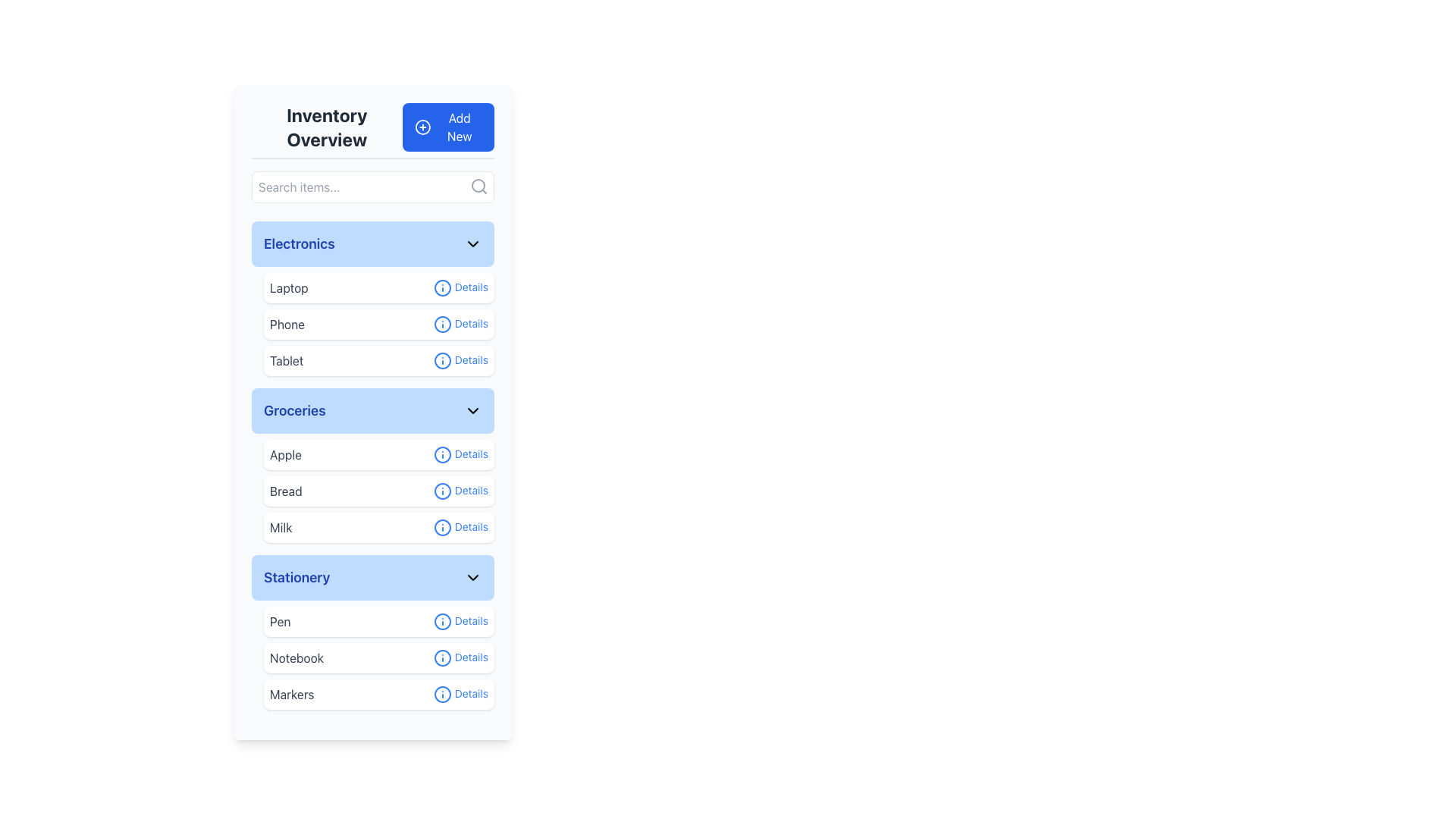  What do you see at coordinates (378, 454) in the screenshot?
I see `the first list item in the 'Groceries' section, which contains the text 'Apple', an information icon, and a clickable link labeled 'Details', to focus on it using keyboard navigation` at bounding box center [378, 454].